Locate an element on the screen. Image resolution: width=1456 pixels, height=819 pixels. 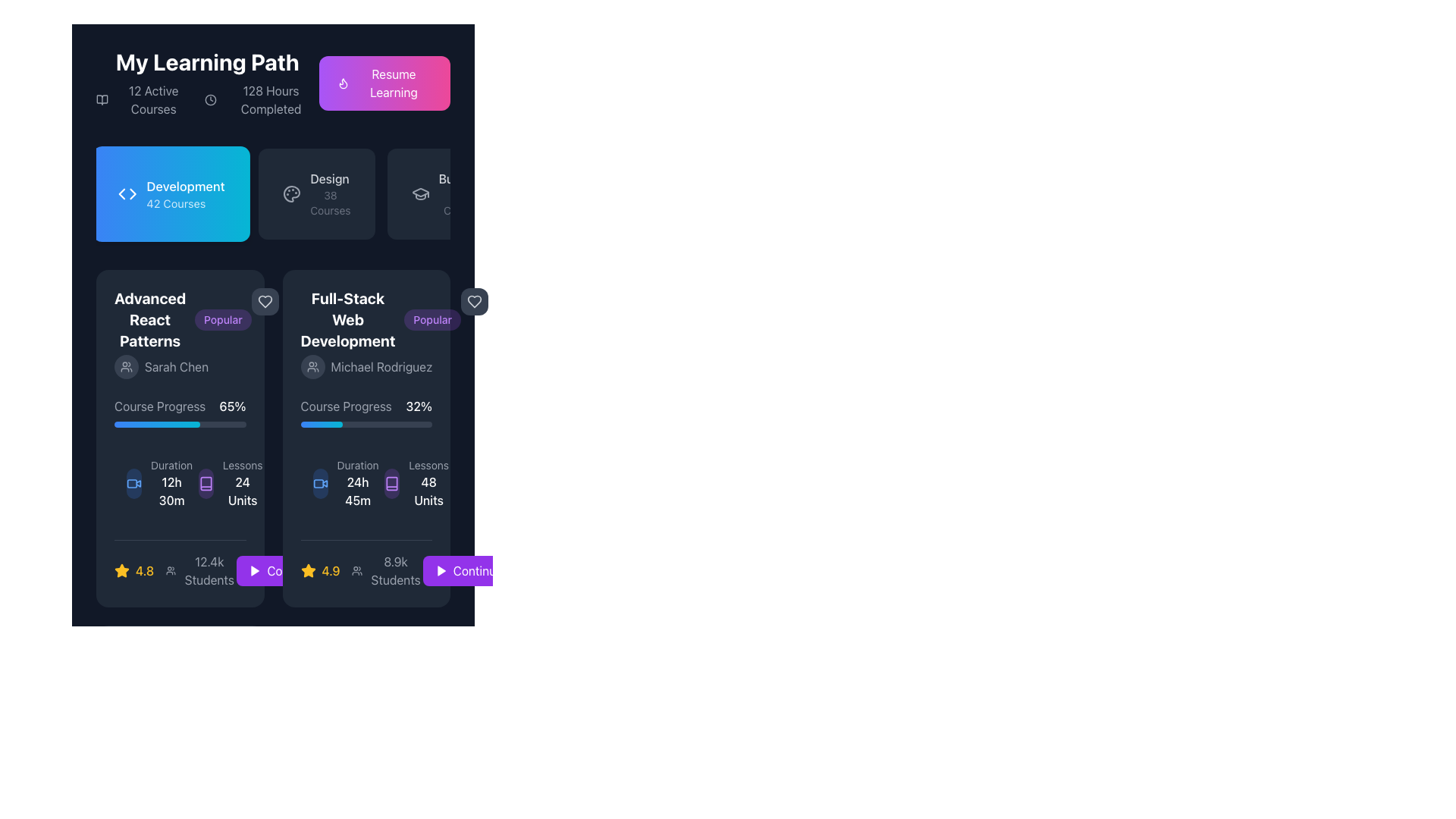
the central circle of the clock icon, which is located to the right of the text '12 Active Courses' in the header section of the interface is located at coordinates (210, 99).